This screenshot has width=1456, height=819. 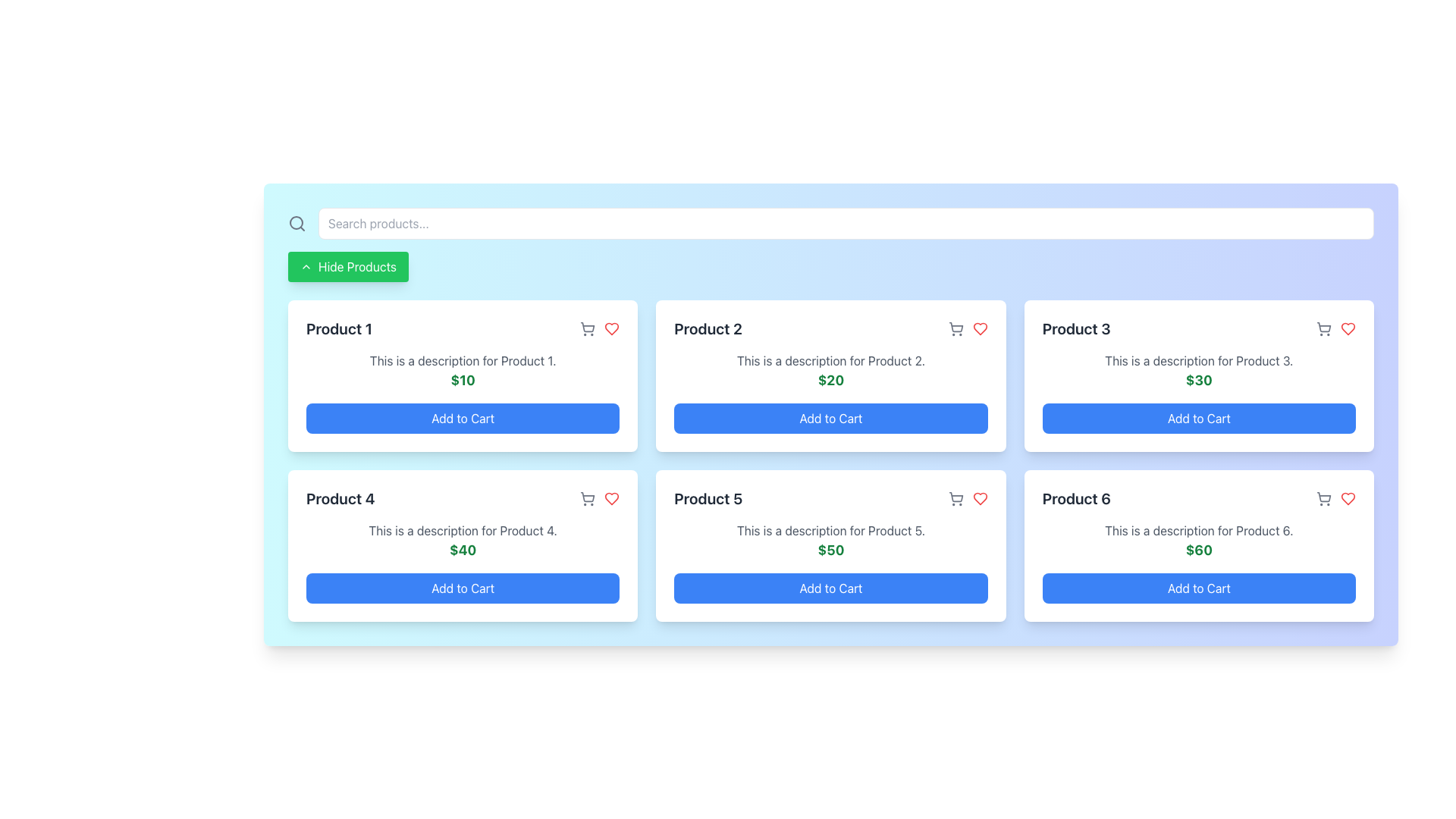 What do you see at coordinates (1198, 418) in the screenshot?
I see `the 'Add to Cart' button with a blue background and white text, located at the bottom of the card for 'Product 3'` at bounding box center [1198, 418].